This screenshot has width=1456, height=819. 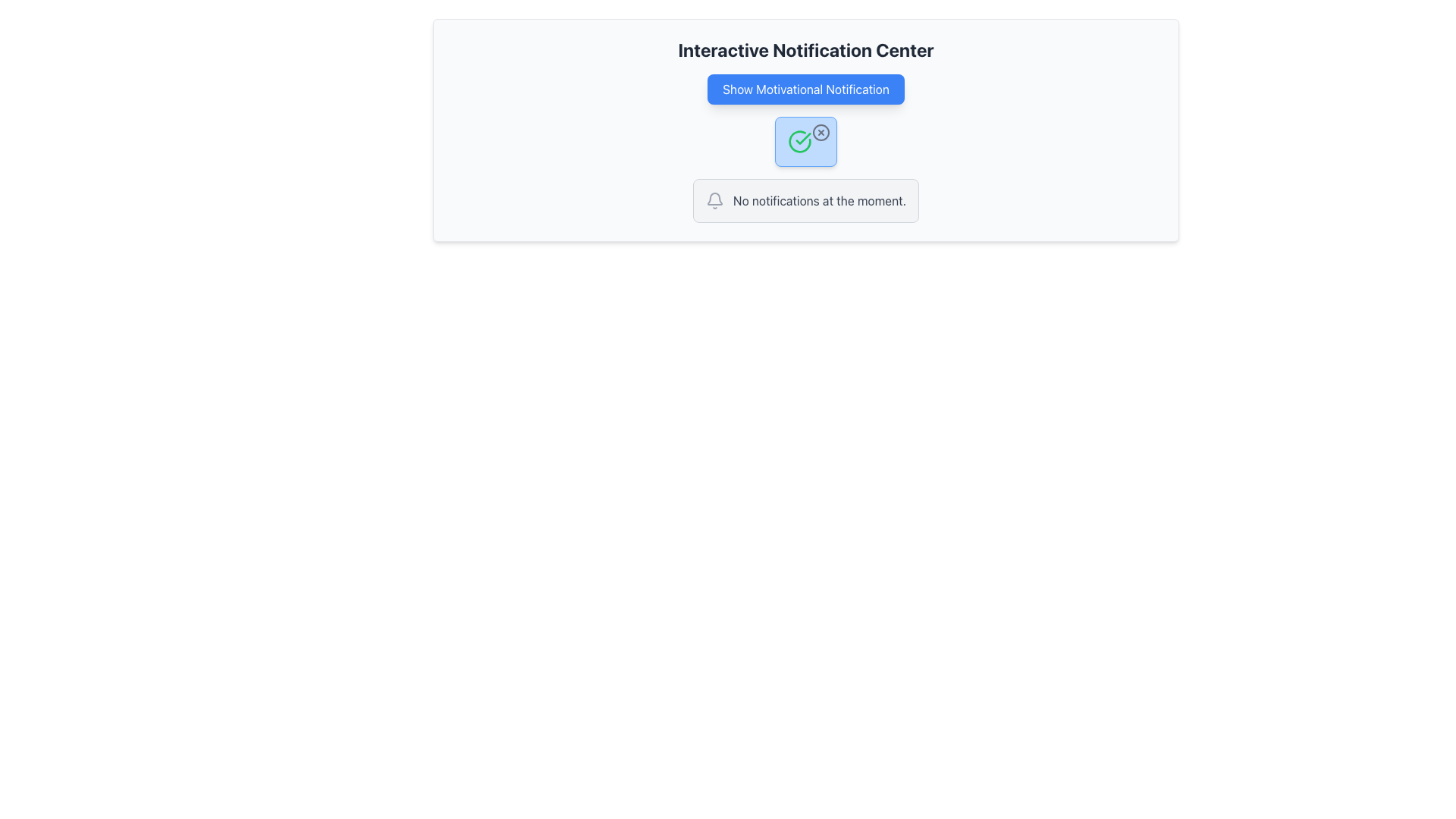 What do you see at coordinates (714, 200) in the screenshot?
I see `the notification icon located to the left of the 'No notifications at the moment.' message for interaction` at bounding box center [714, 200].